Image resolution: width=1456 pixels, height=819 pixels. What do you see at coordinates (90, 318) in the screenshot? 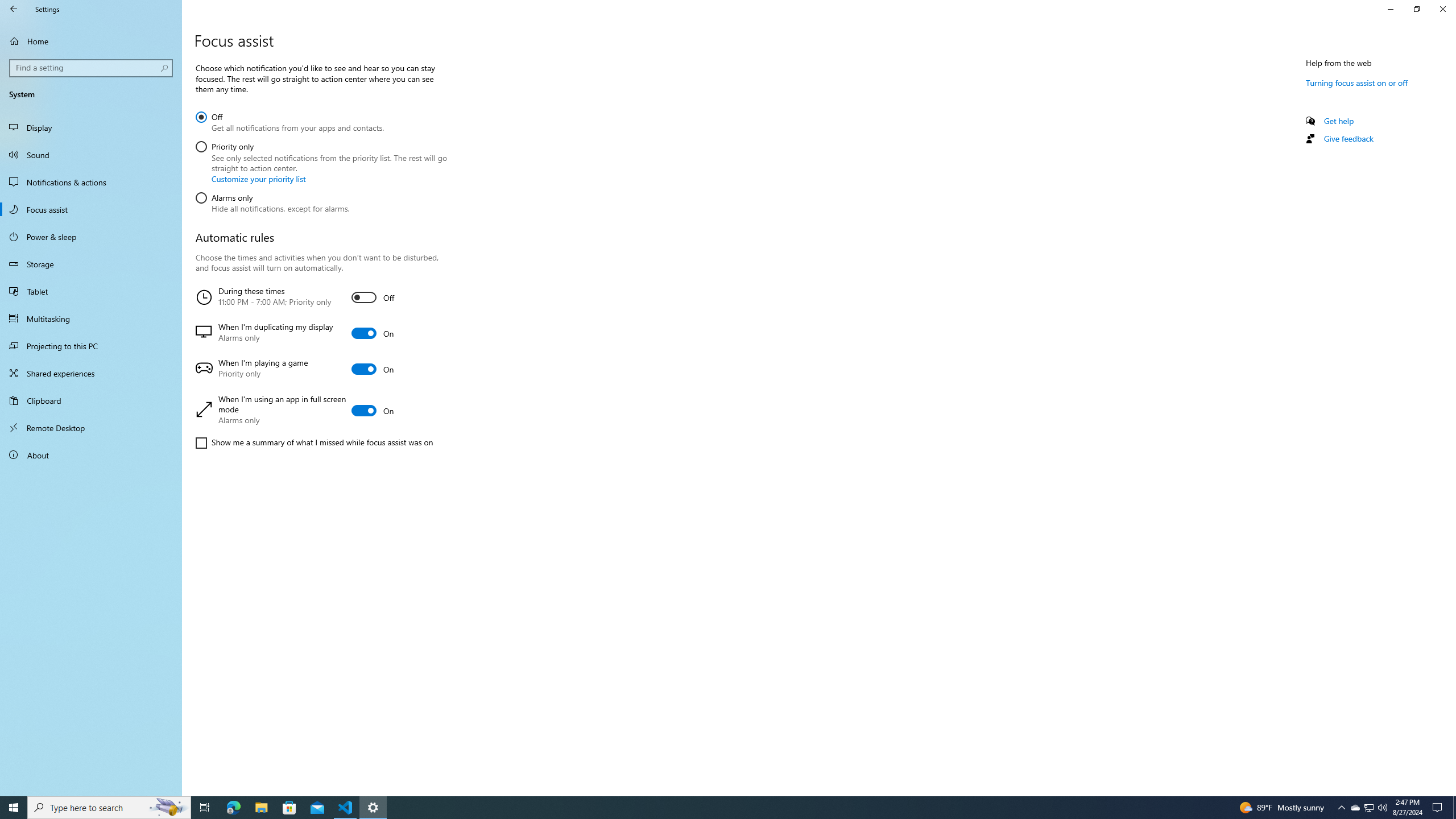
I see `'Multitasking'` at bounding box center [90, 318].